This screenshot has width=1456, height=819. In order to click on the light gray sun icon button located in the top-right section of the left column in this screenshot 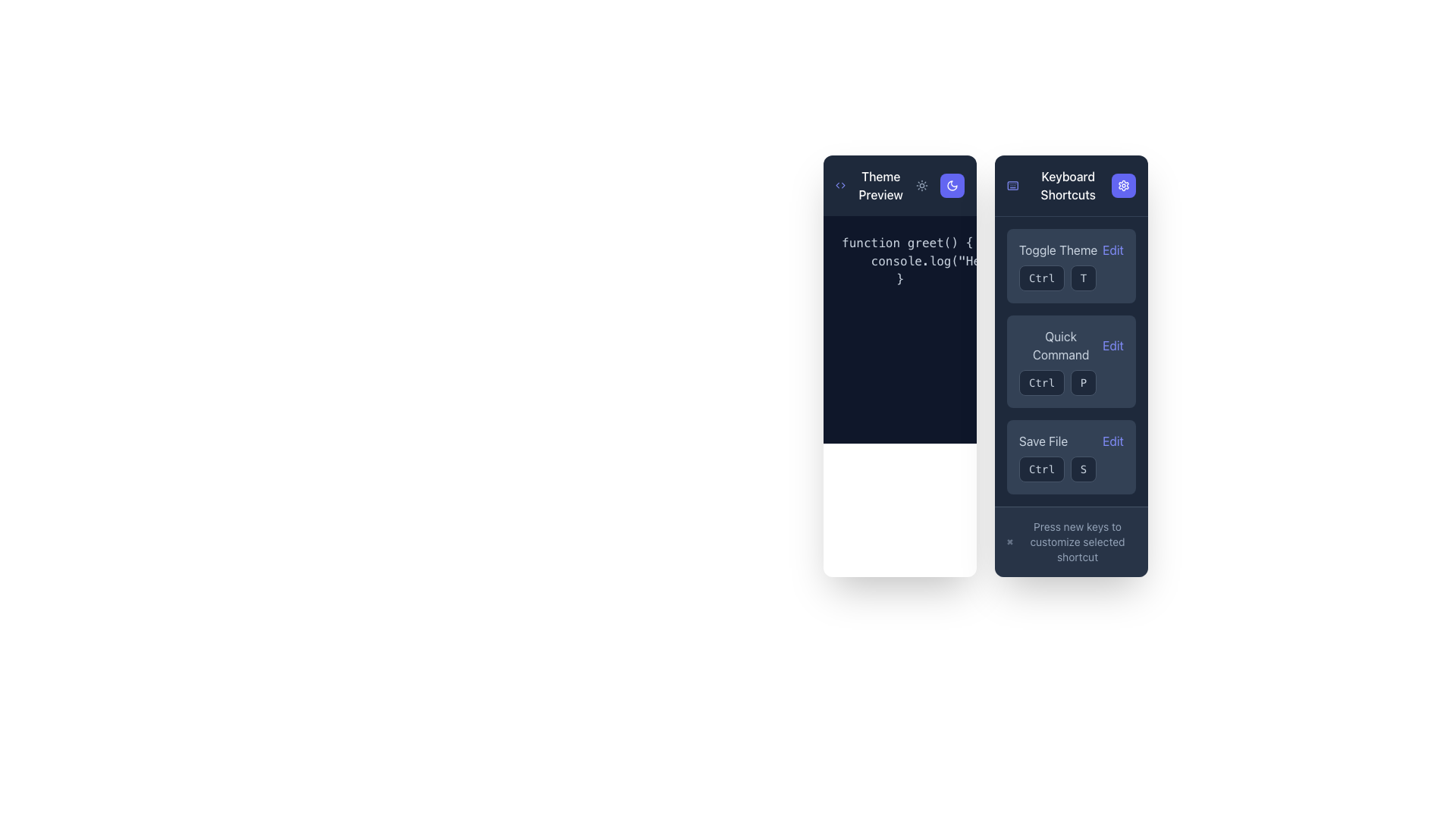, I will do `click(921, 185)`.